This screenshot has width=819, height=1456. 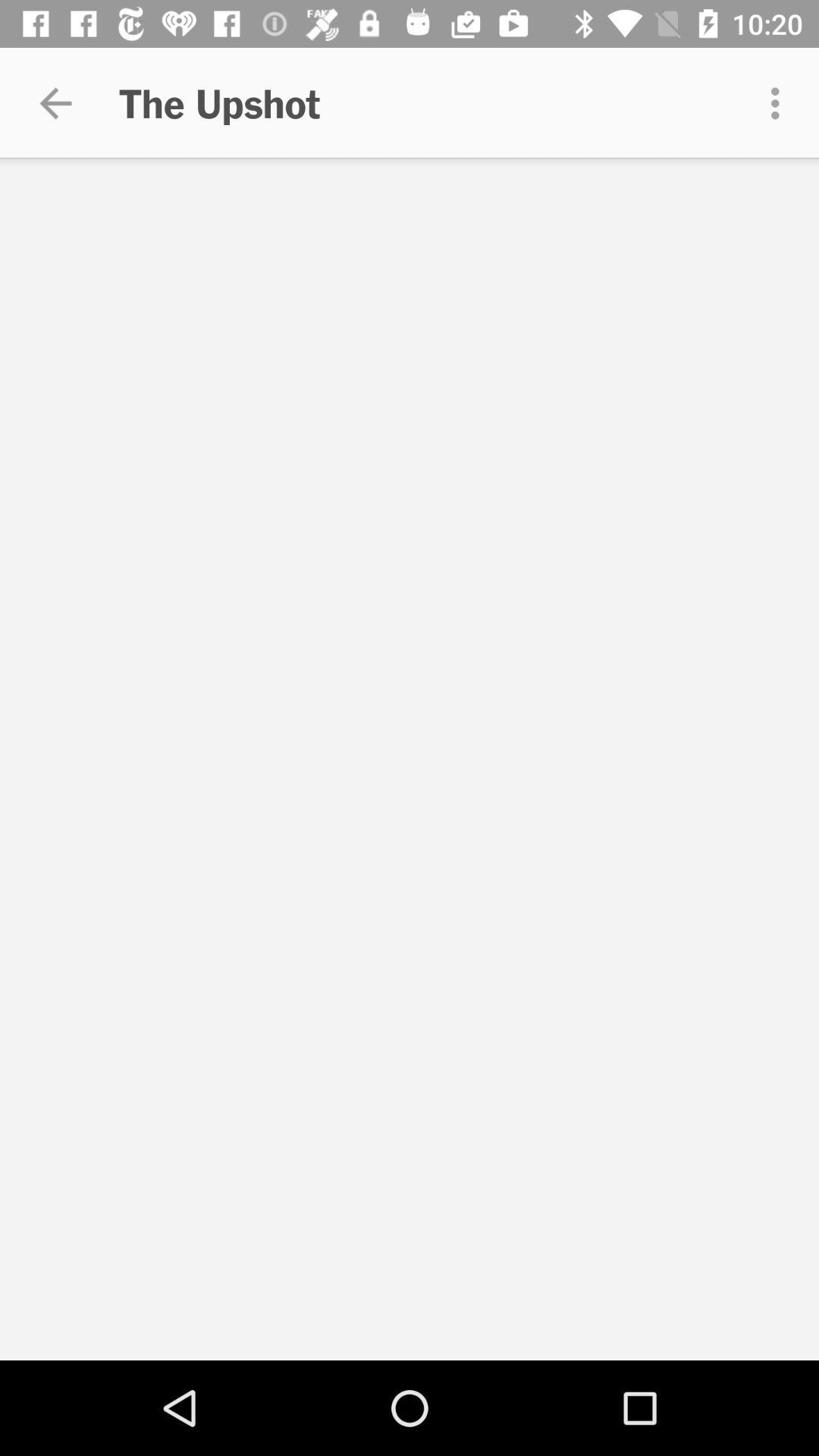 I want to click on the item to the right of the upshot, so click(x=779, y=102).